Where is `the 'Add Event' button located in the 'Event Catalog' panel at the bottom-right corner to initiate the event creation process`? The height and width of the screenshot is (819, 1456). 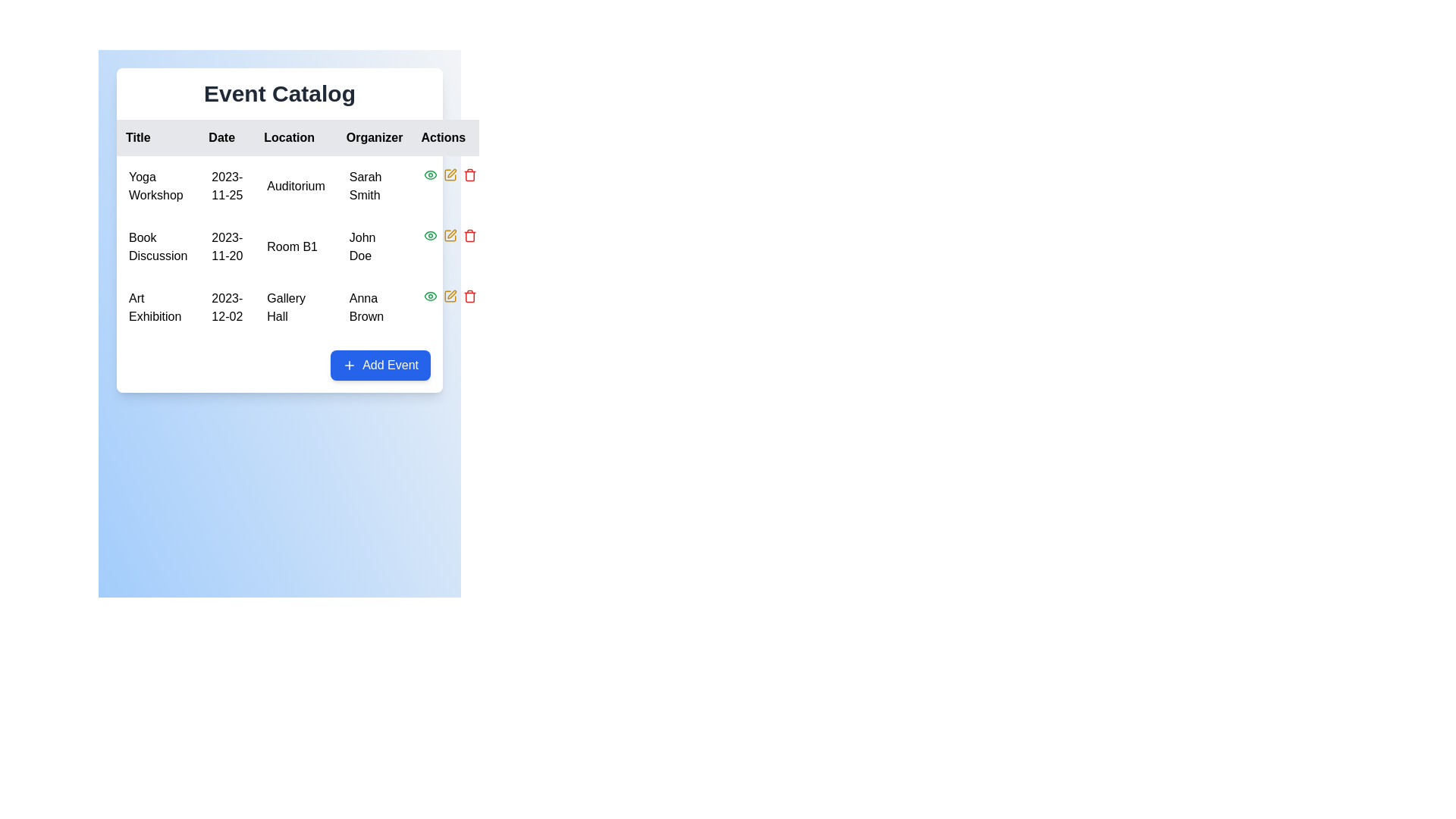
the 'Add Event' button located in the 'Event Catalog' panel at the bottom-right corner to initiate the event creation process is located at coordinates (280, 366).